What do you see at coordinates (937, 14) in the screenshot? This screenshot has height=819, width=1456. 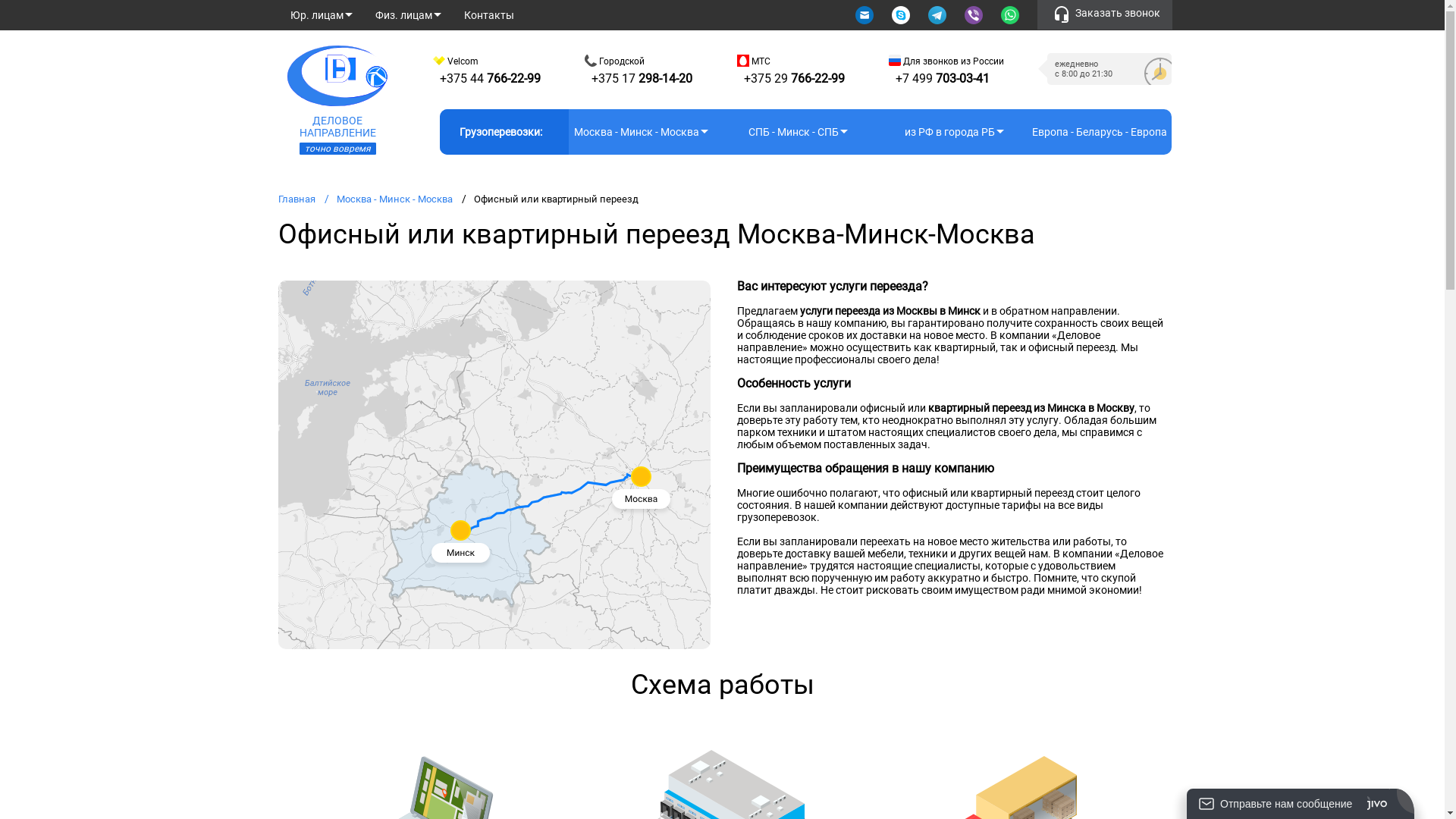 I see `'Telegram'` at bounding box center [937, 14].